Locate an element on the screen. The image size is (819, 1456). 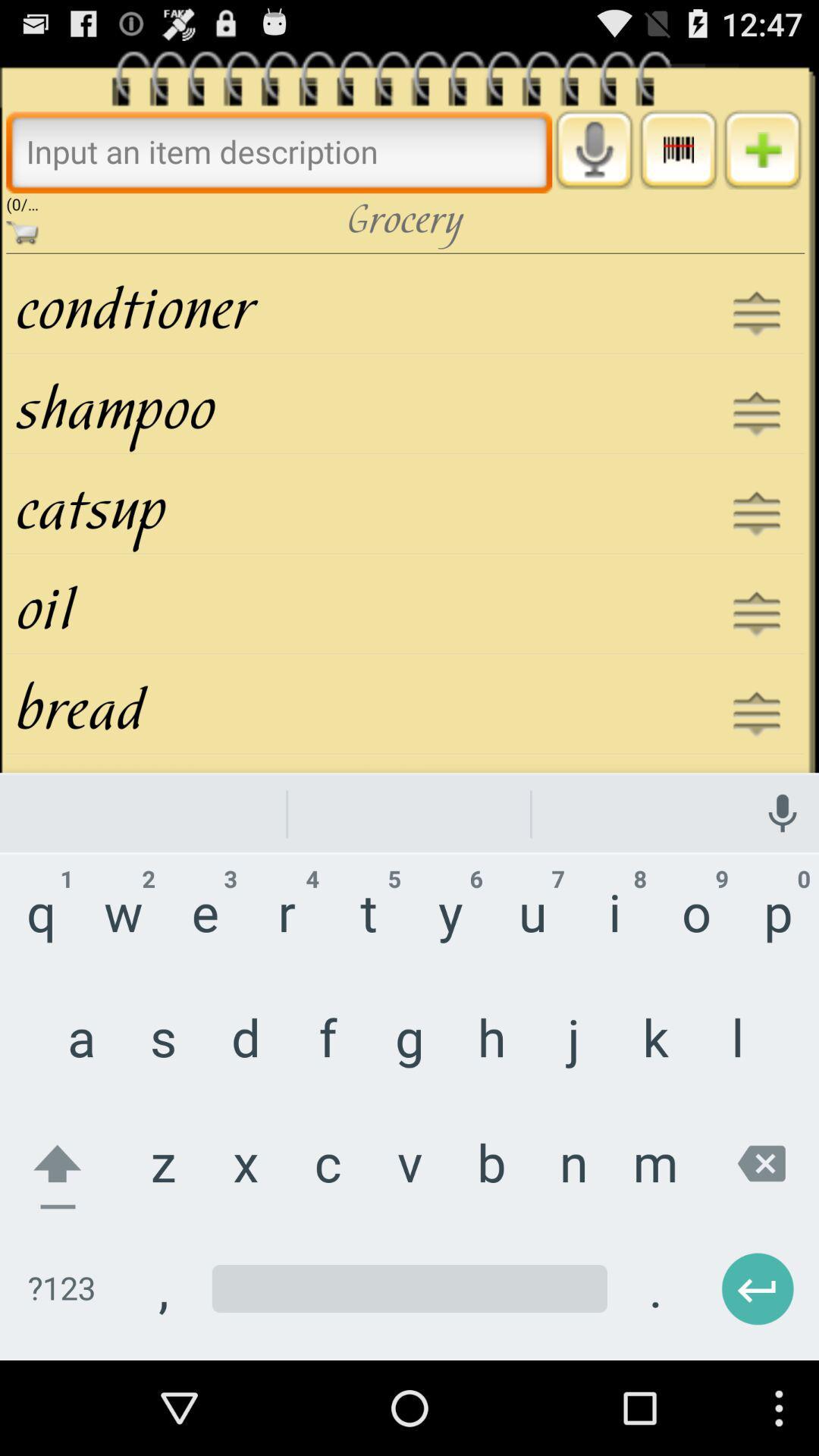
scan opption is located at coordinates (677, 149).